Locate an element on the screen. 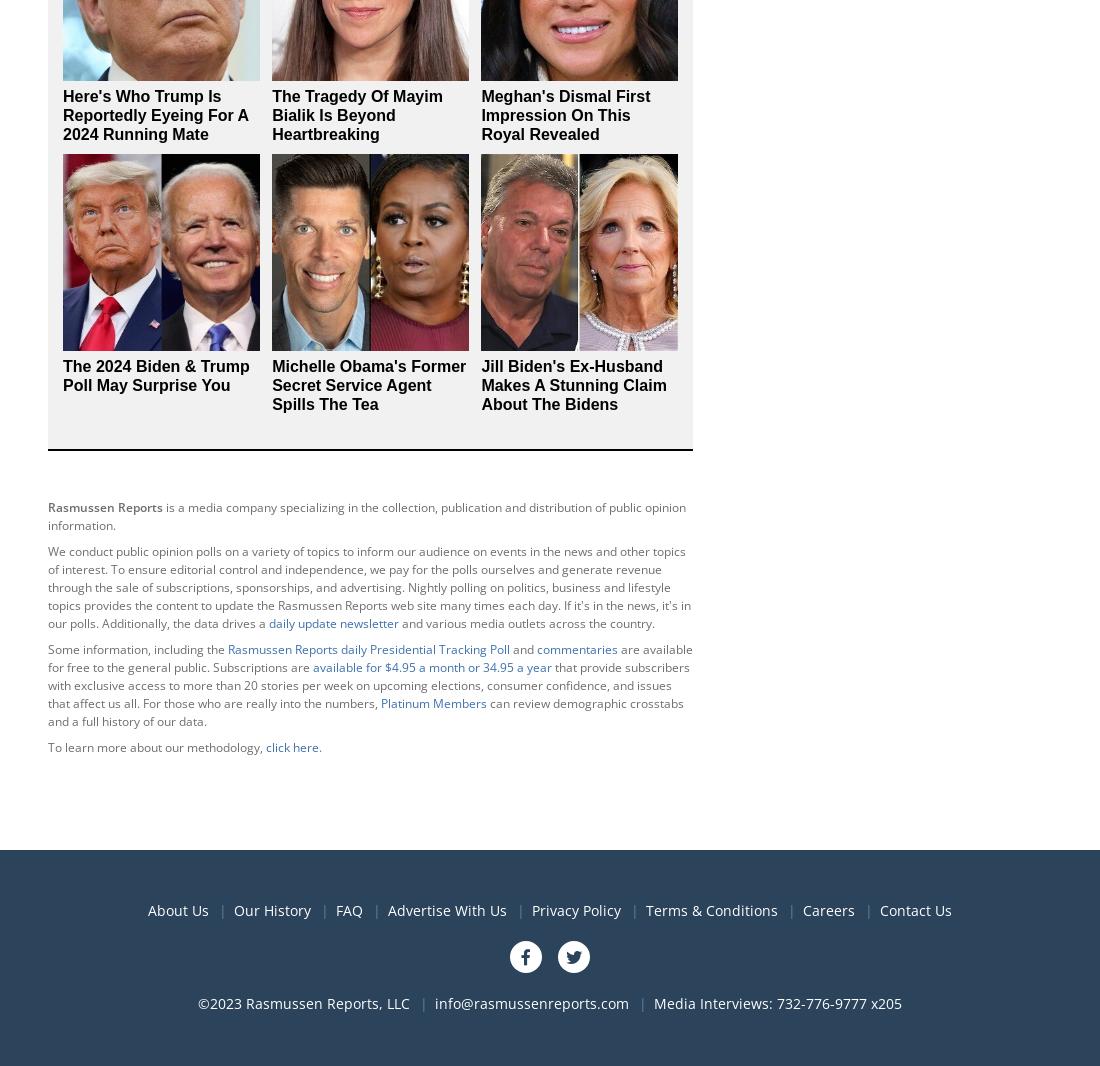 The width and height of the screenshot is (1100, 1066). 'FAQ' is located at coordinates (349, 909).